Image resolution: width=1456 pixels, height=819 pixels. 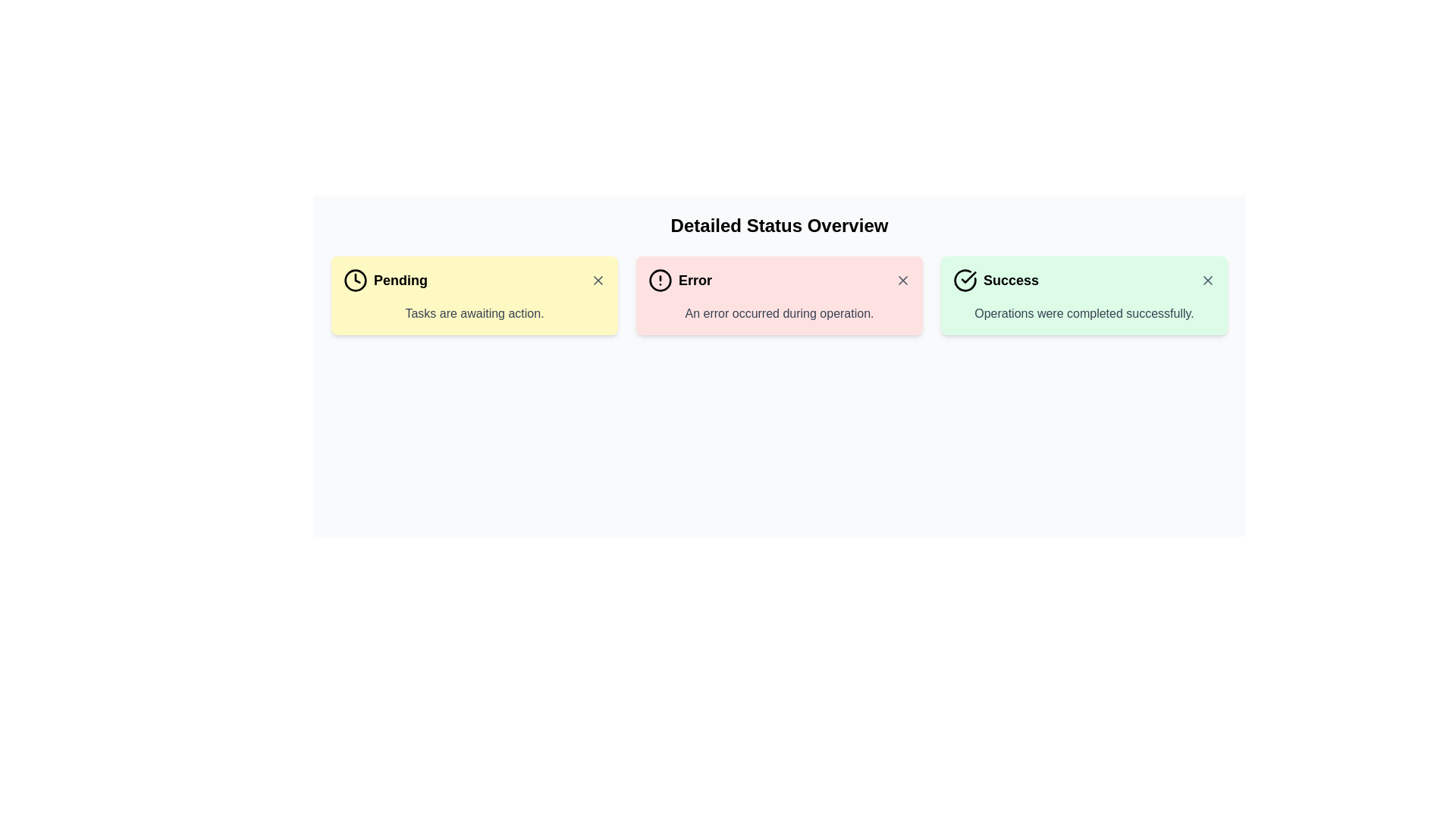 I want to click on the SVG Circle that represents an error status in the middle column of notification boxes, so click(x=660, y=281).